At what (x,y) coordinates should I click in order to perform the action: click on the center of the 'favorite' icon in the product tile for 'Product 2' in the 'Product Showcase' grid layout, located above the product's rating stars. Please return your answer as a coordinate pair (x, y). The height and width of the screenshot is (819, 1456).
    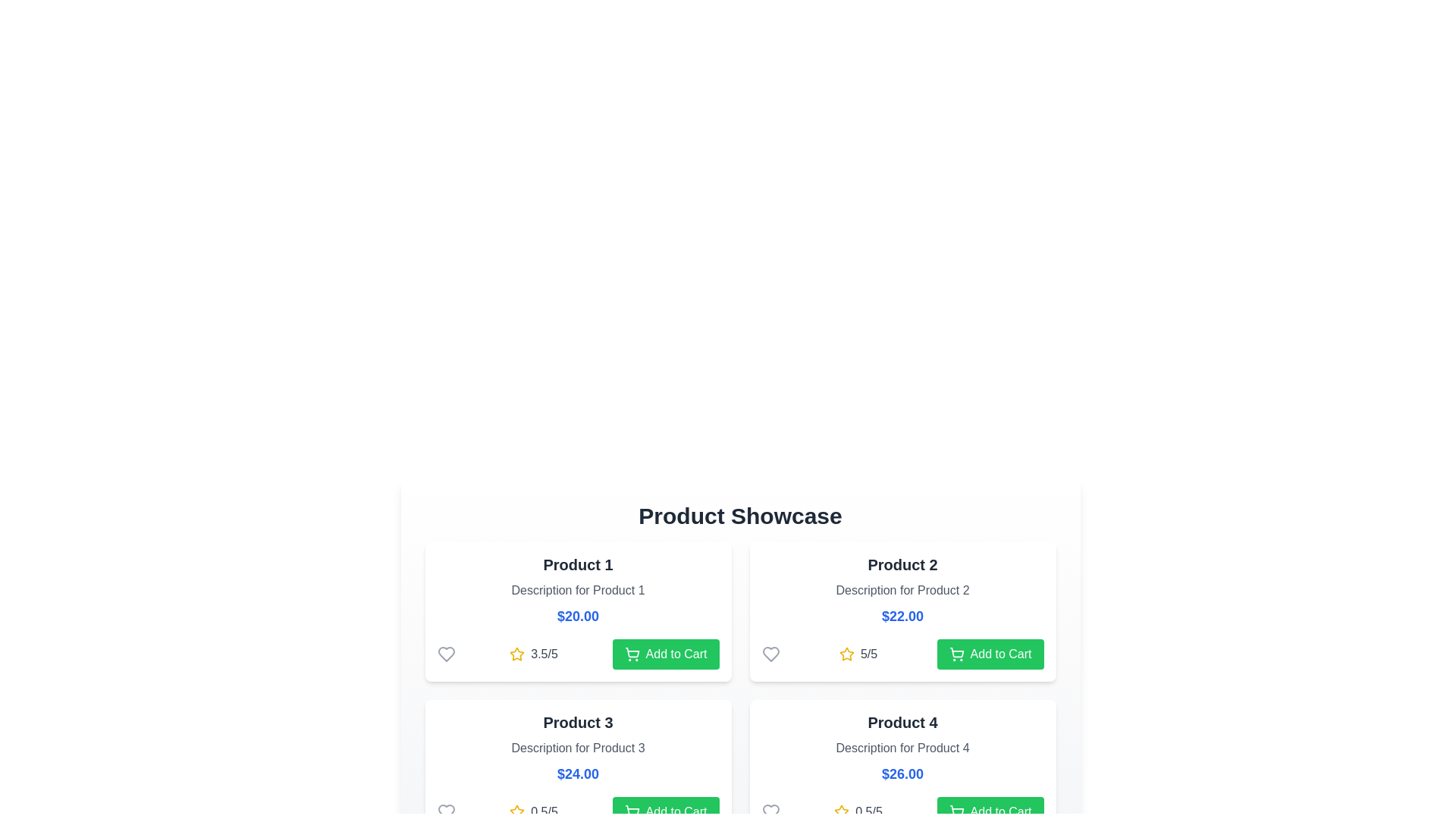
    Looking at the image, I should click on (770, 654).